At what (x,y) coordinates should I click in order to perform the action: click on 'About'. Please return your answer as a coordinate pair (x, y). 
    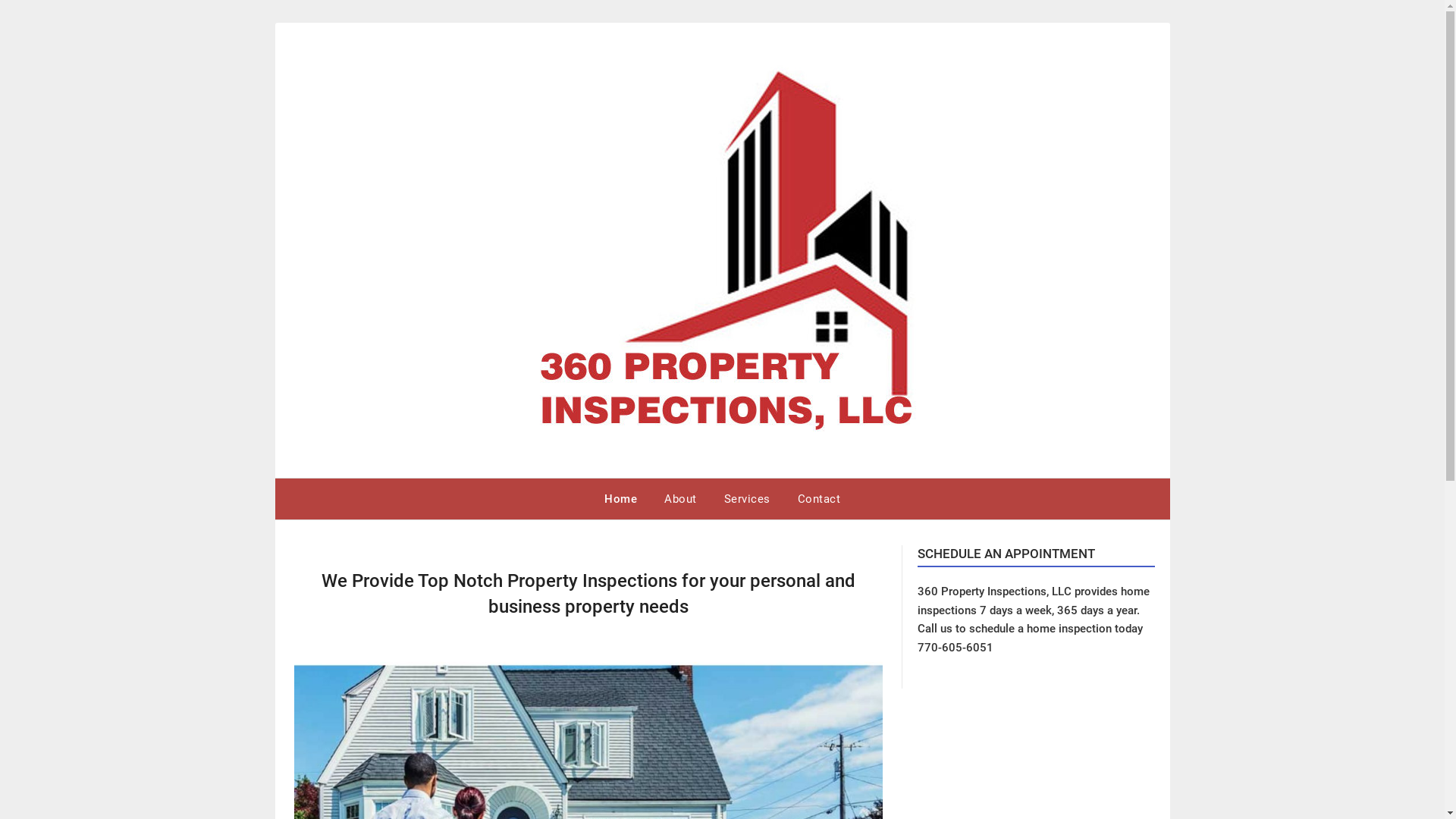
    Looking at the image, I should click on (679, 499).